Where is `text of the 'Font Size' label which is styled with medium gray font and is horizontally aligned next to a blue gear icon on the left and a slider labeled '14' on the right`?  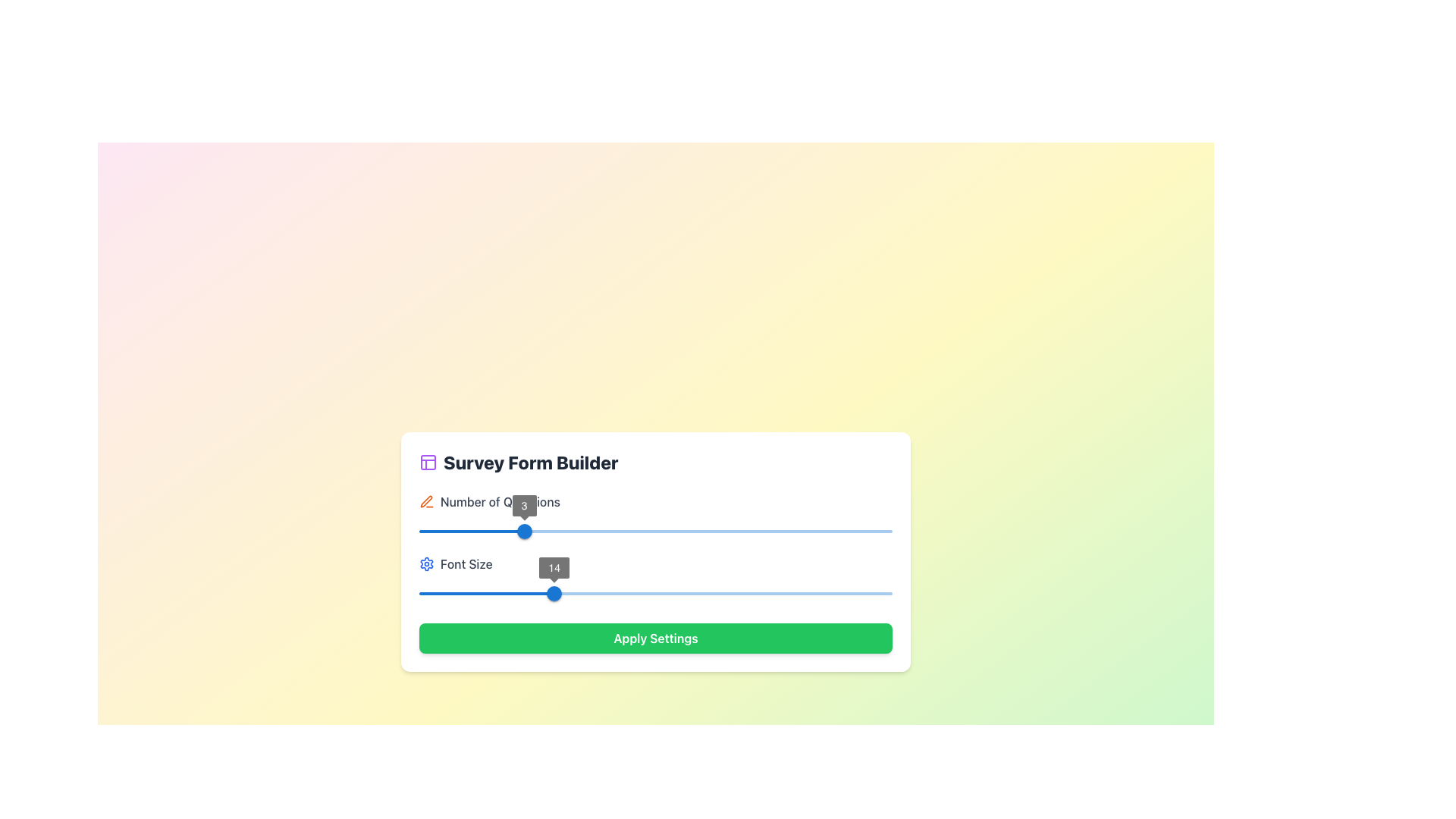 text of the 'Font Size' label which is styled with medium gray font and is horizontally aligned next to a blue gear icon on the left and a slider labeled '14' on the right is located at coordinates (655, 564).